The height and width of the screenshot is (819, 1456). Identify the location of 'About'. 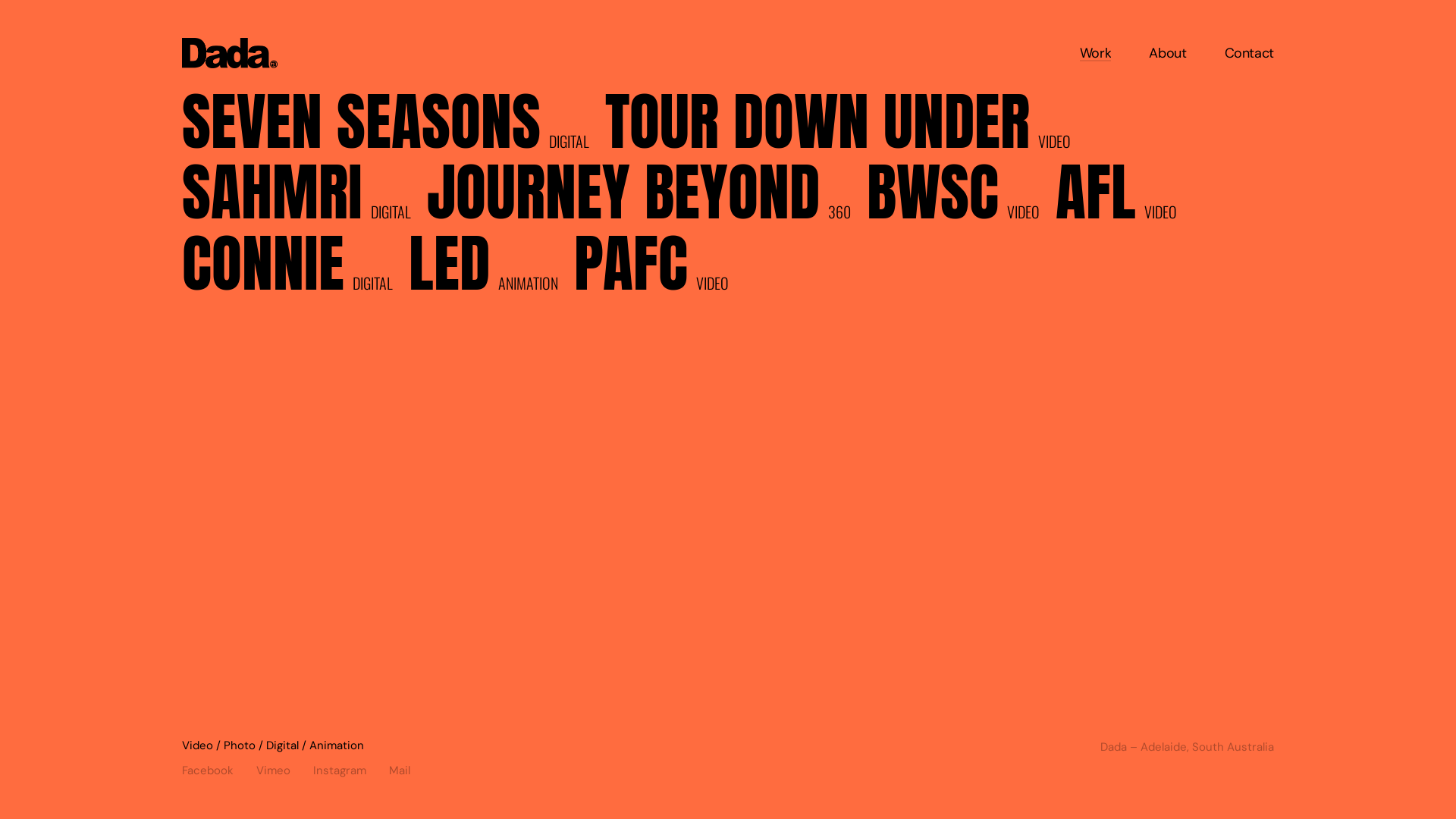
(1149, 52).